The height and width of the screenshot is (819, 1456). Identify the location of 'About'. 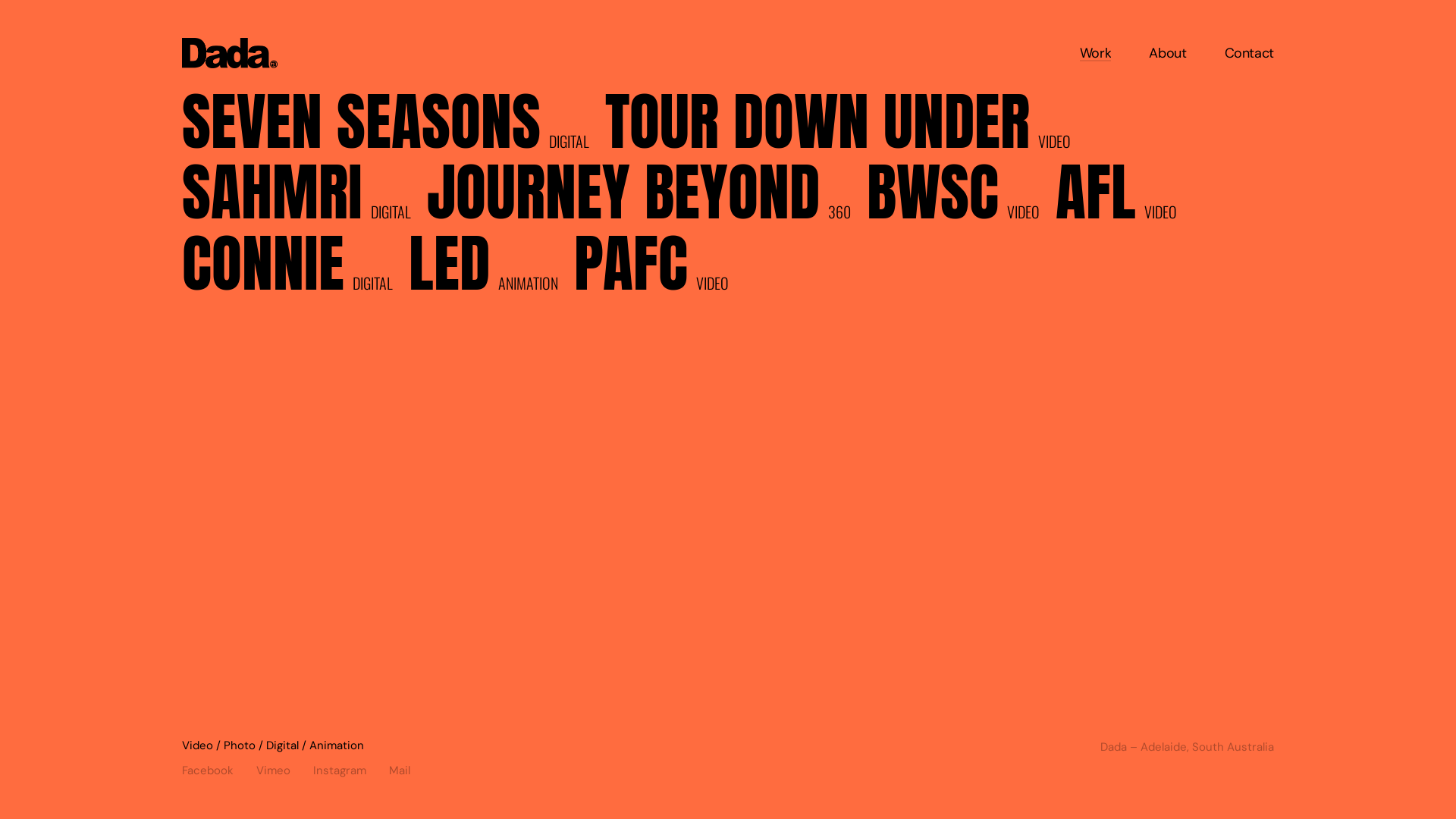
(1149, 52).